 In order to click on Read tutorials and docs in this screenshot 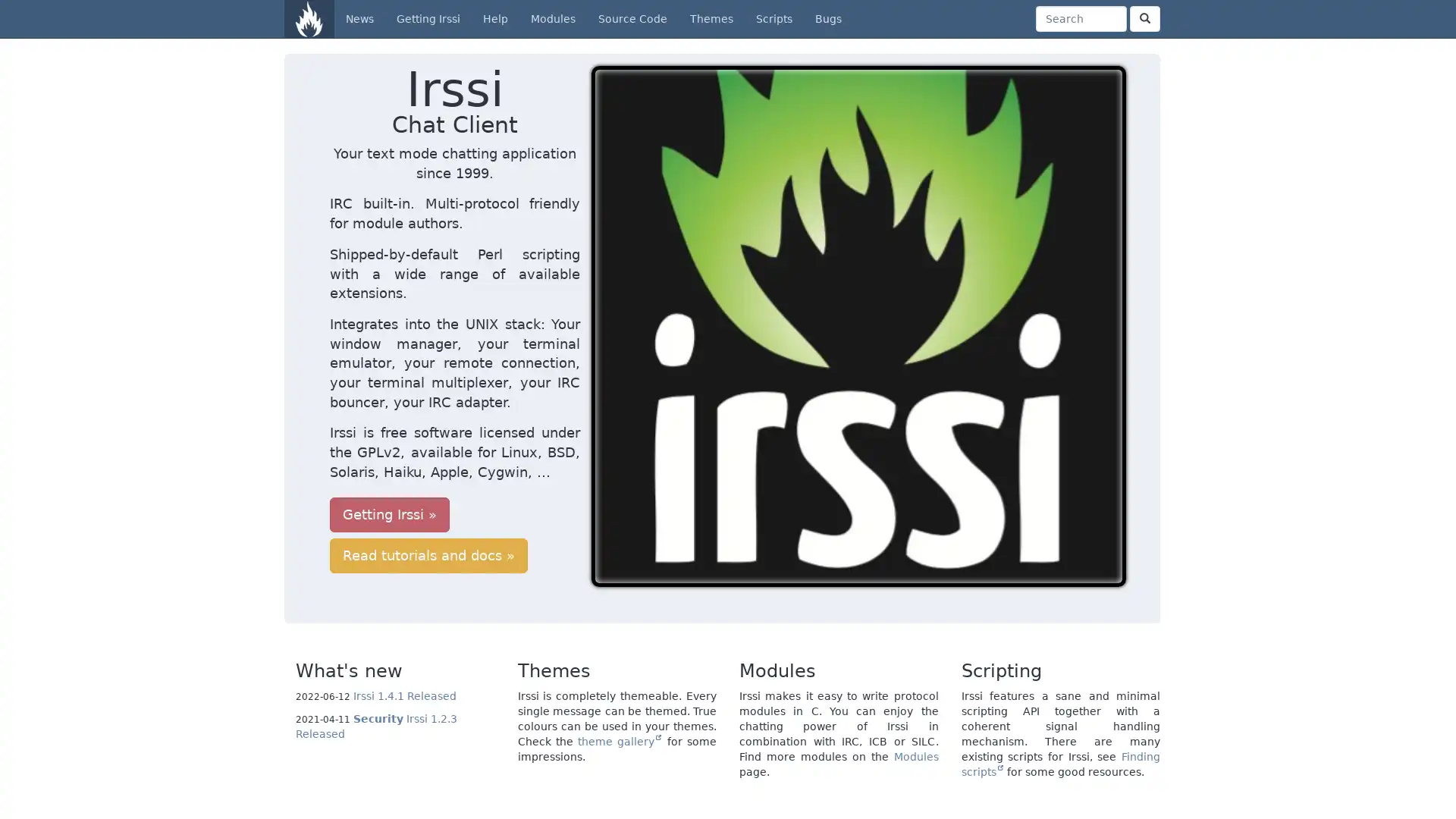, I will do `click(552, 435)`.